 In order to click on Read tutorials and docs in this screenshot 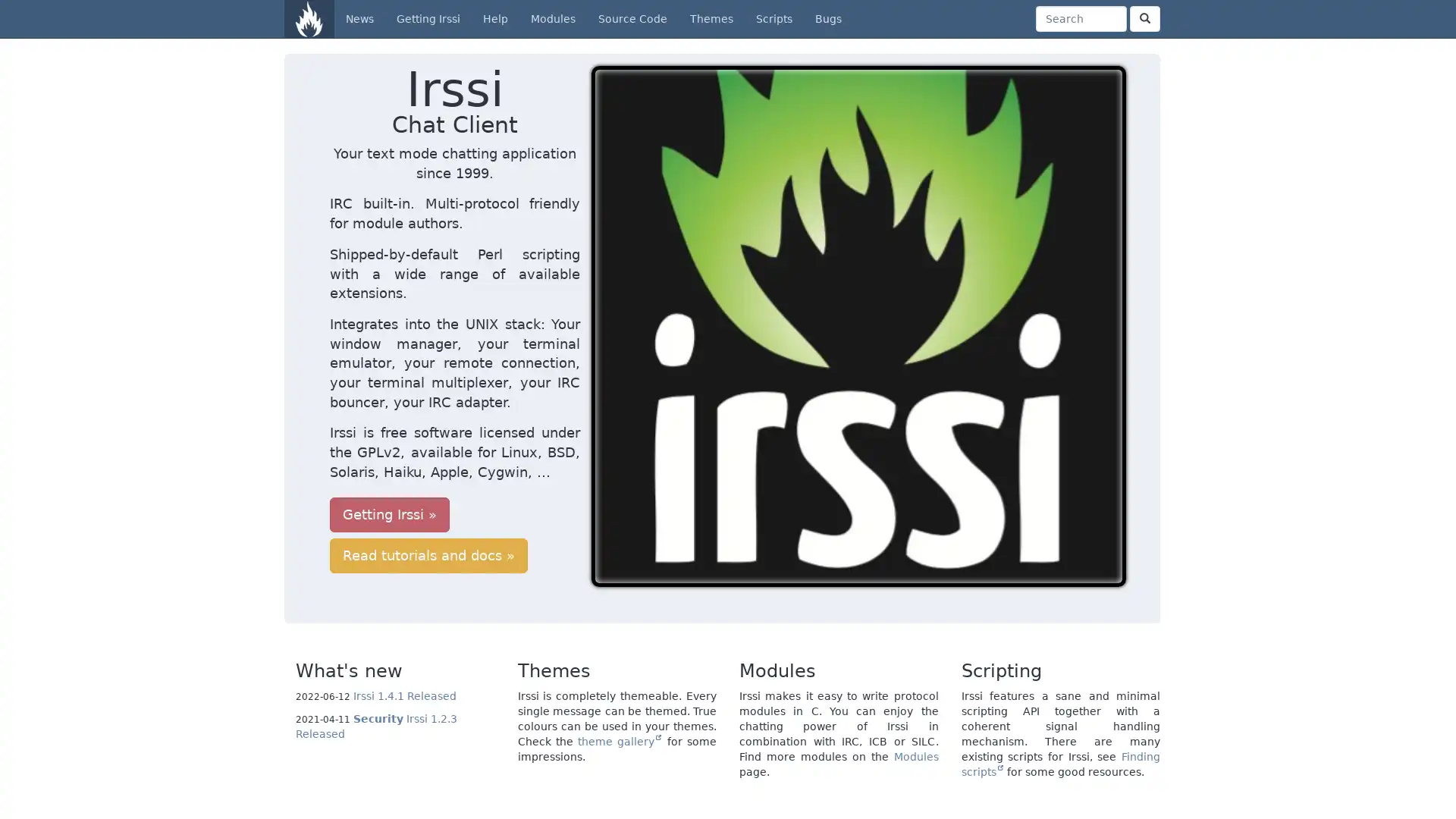, I will do `click(552, 435)`.